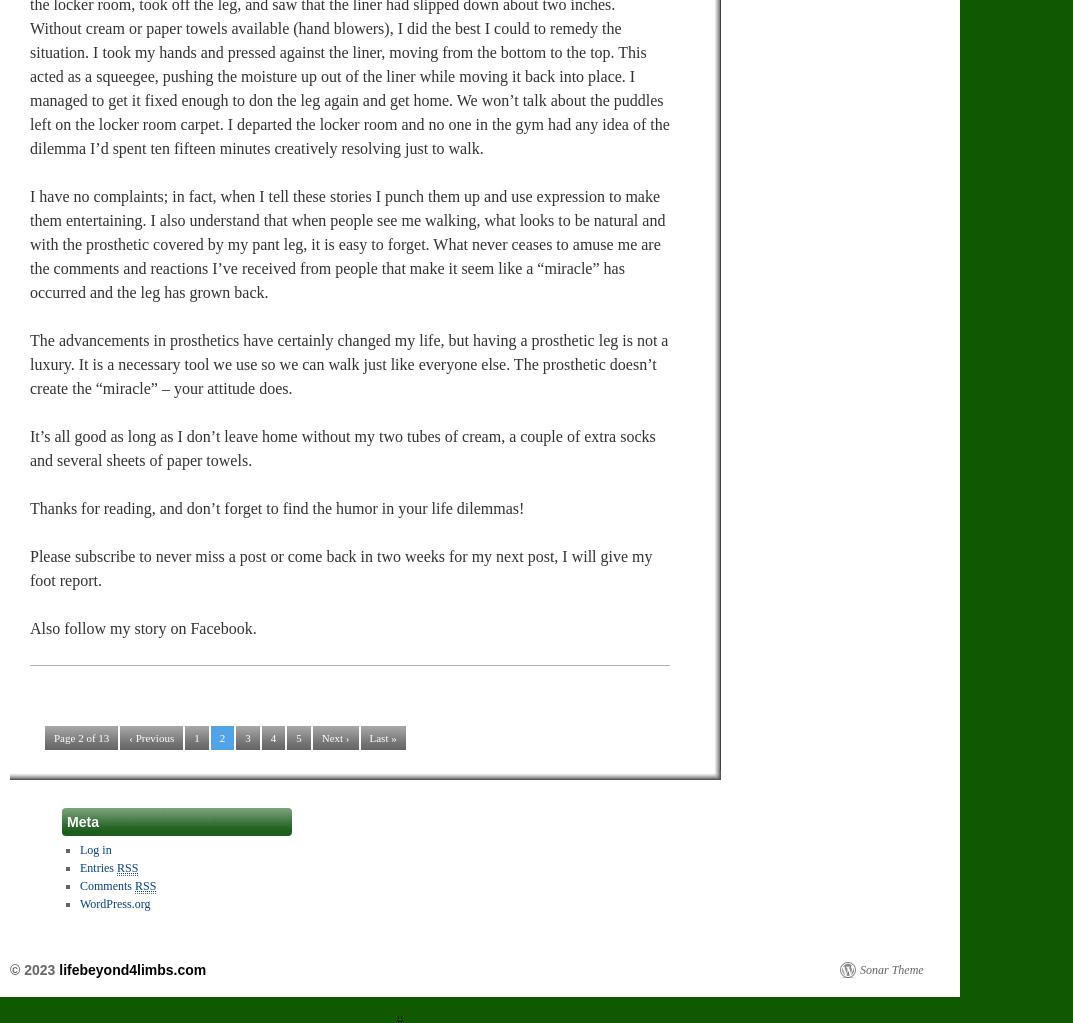  What do you see at coordinates (295, 736) in the screenshot?
I see `'5'` at bounding box center [295, 736].